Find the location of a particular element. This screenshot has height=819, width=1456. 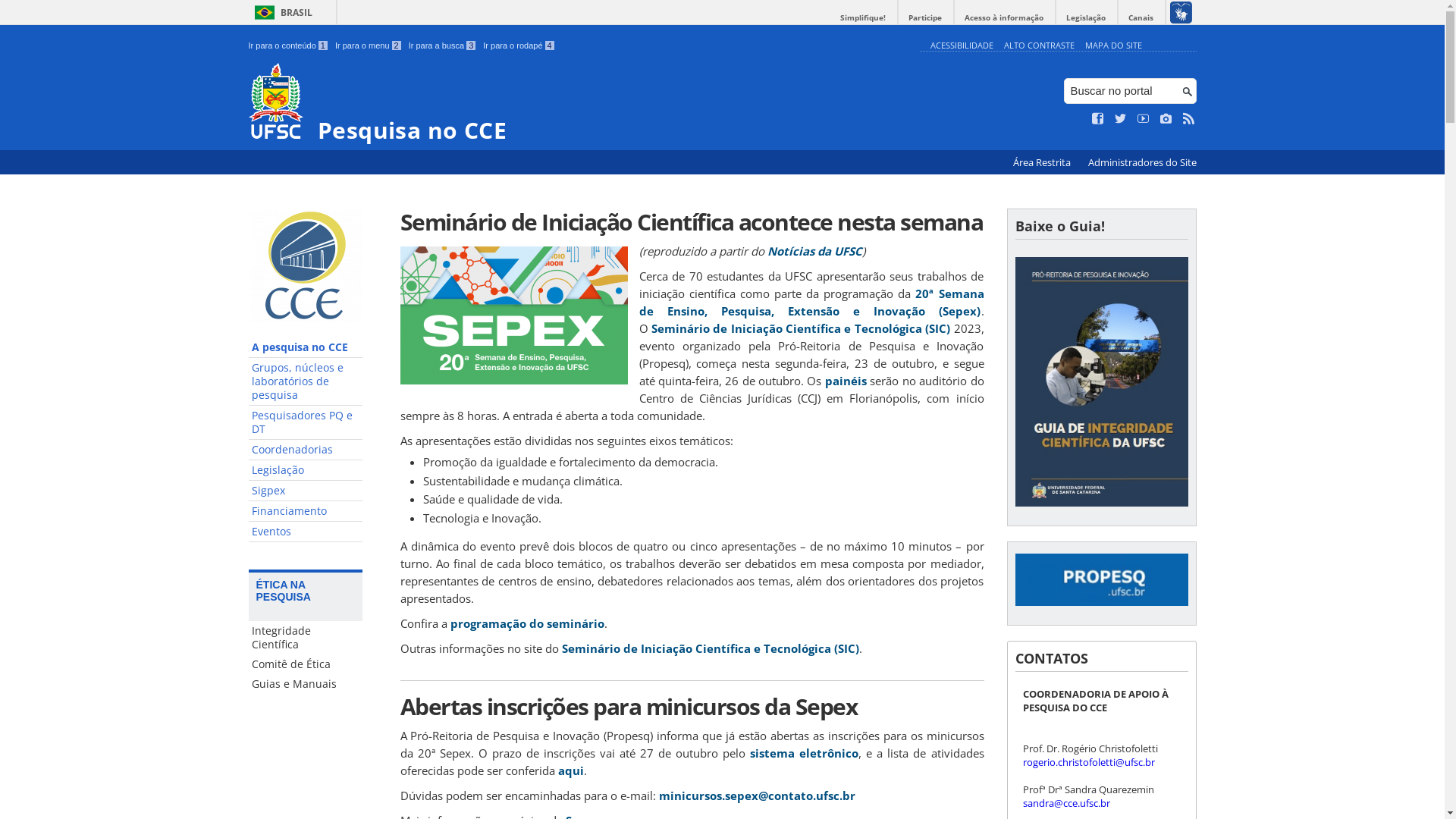

'Ir para a busca 3' is located at coordinates (441, 45).